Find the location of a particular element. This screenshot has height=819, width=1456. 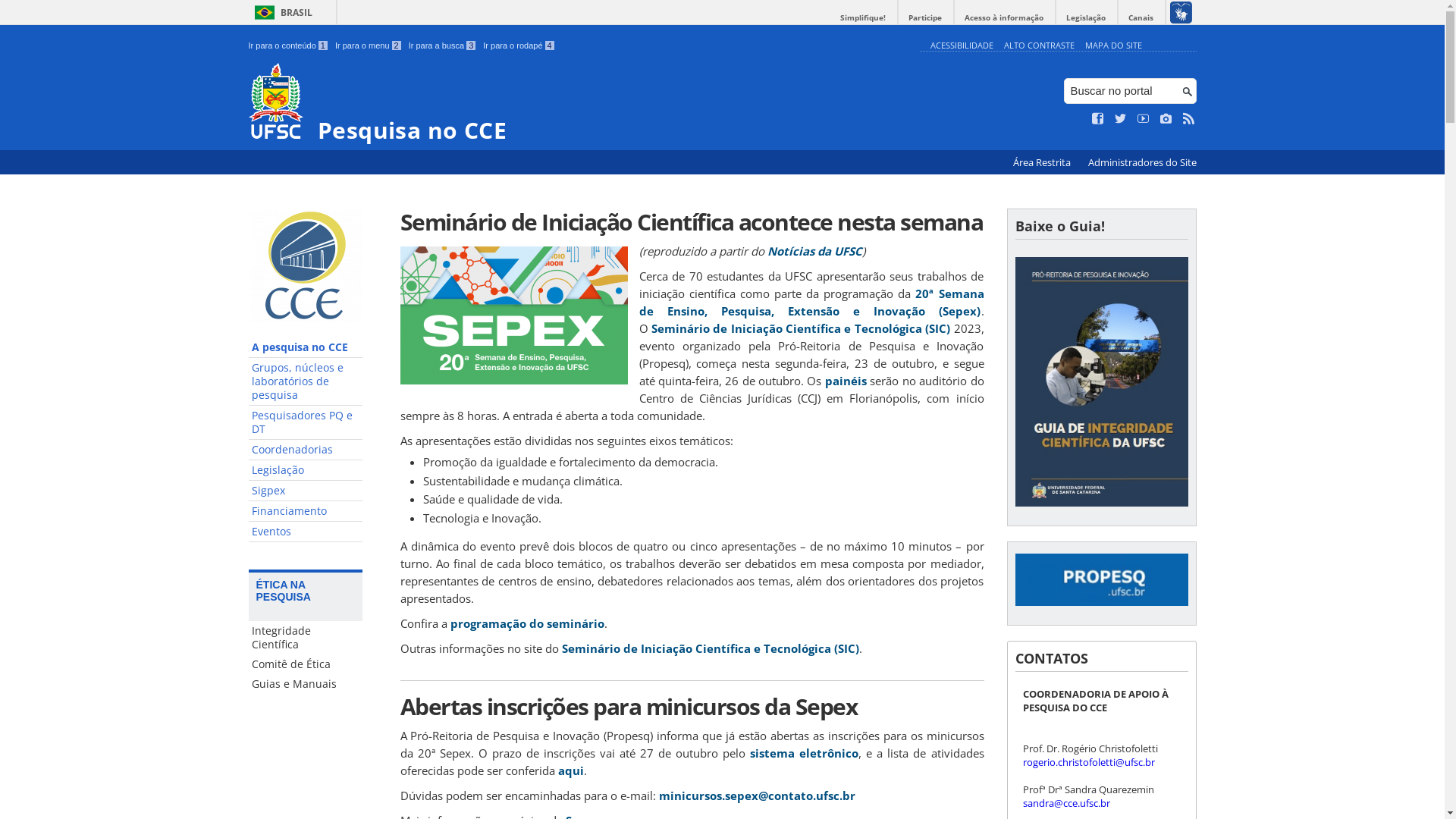

'Ir para a busca 3' is located at coordinates (441, 45).